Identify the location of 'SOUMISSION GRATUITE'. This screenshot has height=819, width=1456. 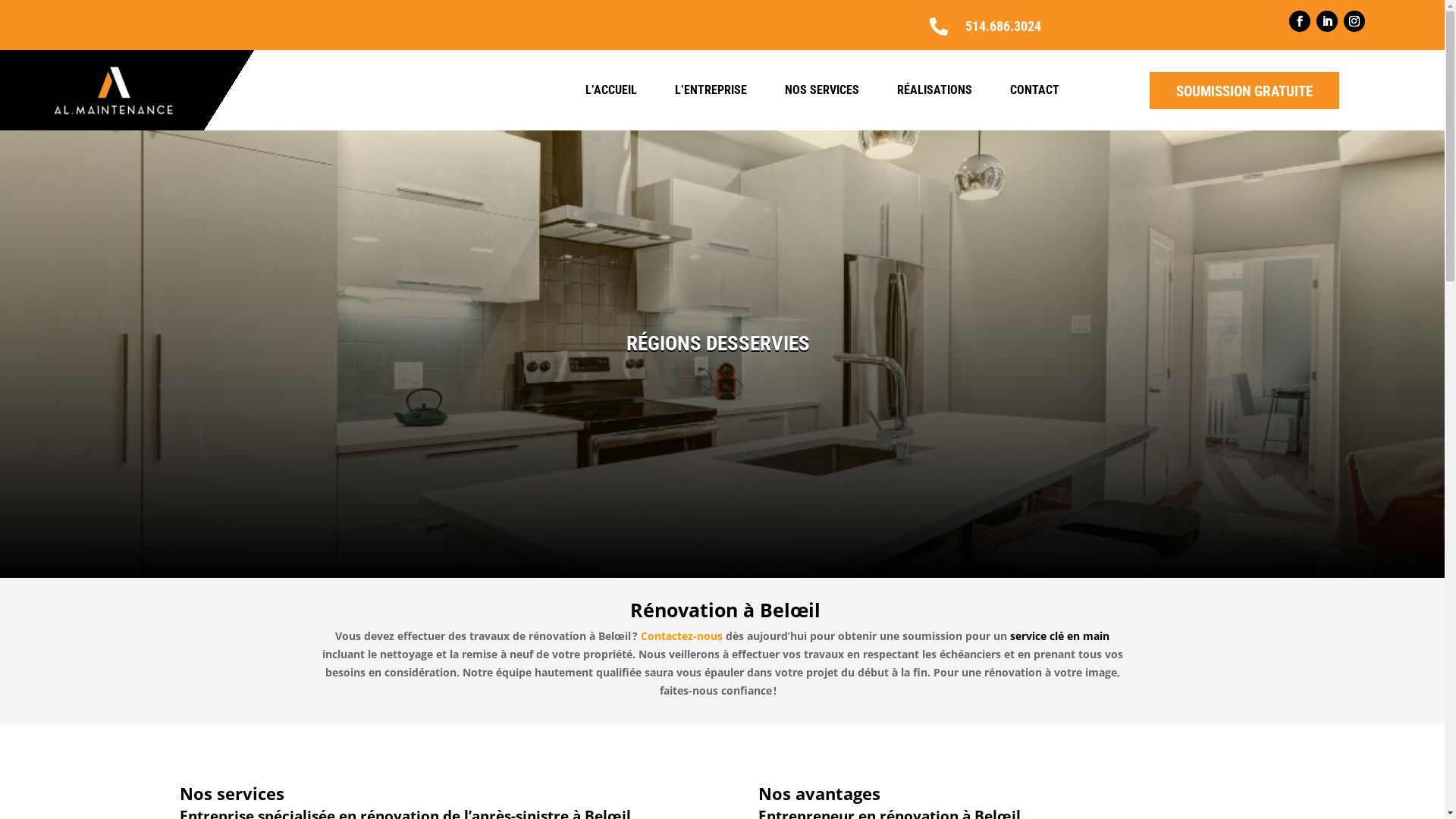
(1244, 90).